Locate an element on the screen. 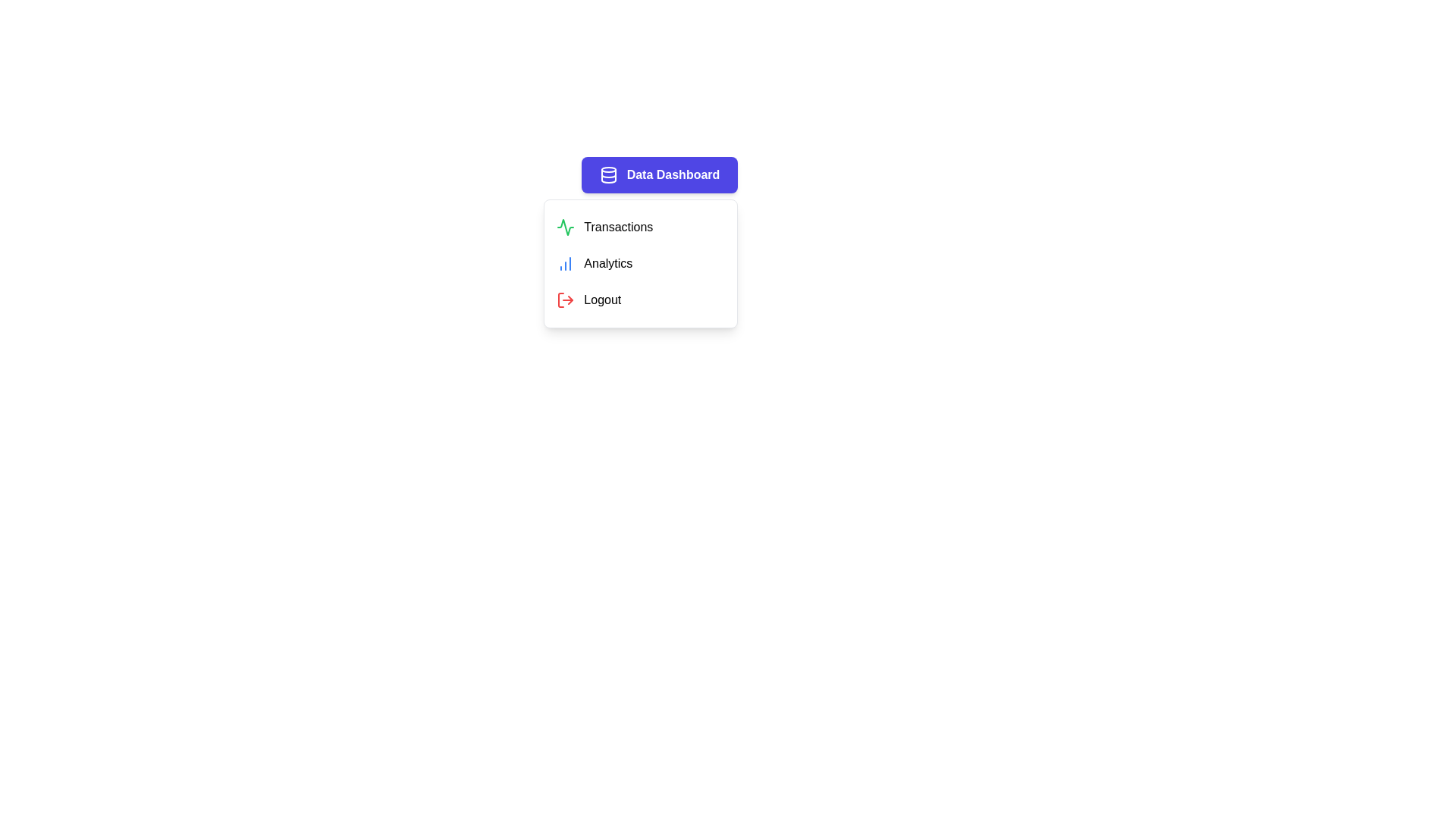  the 'Transactions' menu item to navigate or trigger associated actions is located at coordinates (641, 227).